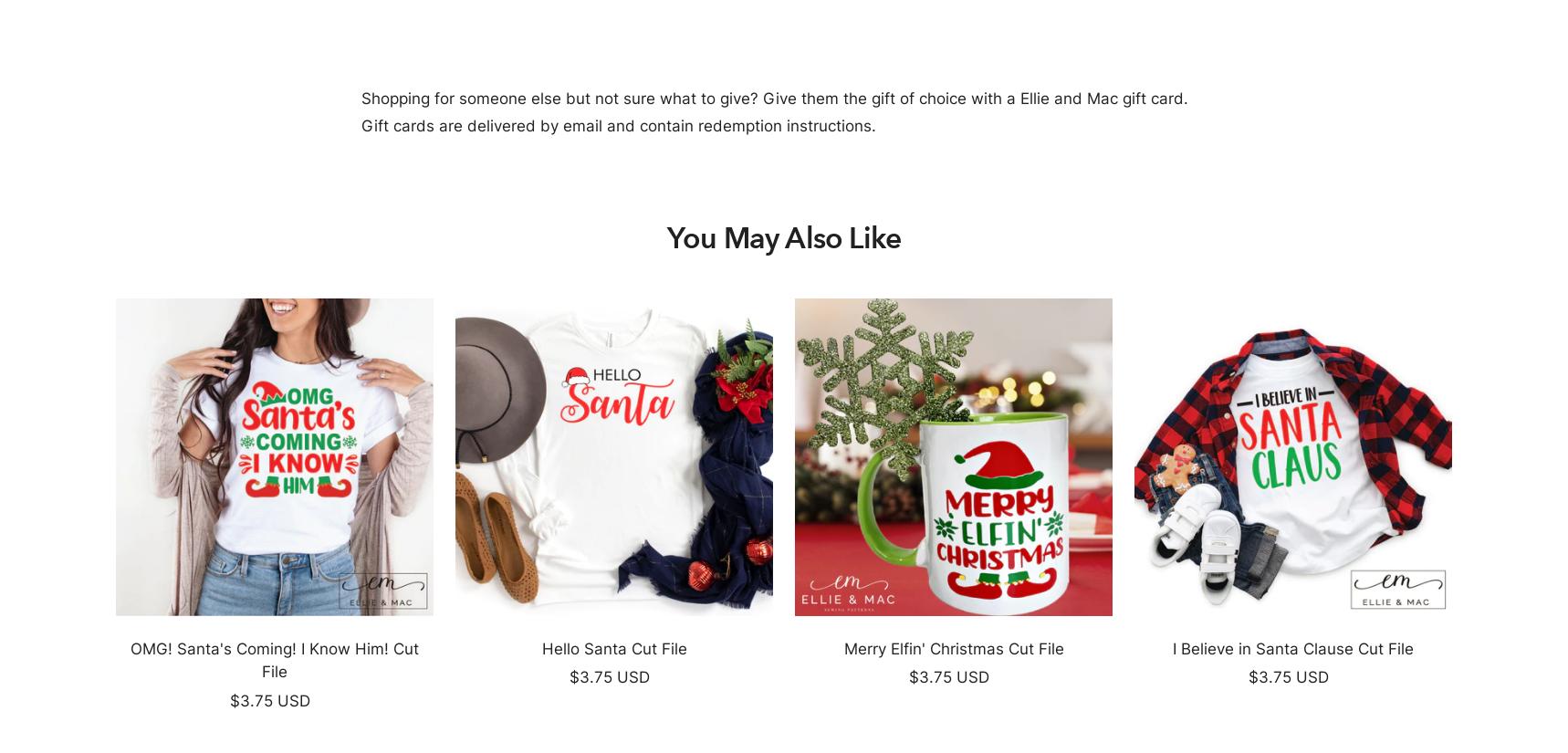  Describe the element at coordinates (1228, 624) in the screenshot. I see `'Ellie and Mac Facebook group'` at that location.